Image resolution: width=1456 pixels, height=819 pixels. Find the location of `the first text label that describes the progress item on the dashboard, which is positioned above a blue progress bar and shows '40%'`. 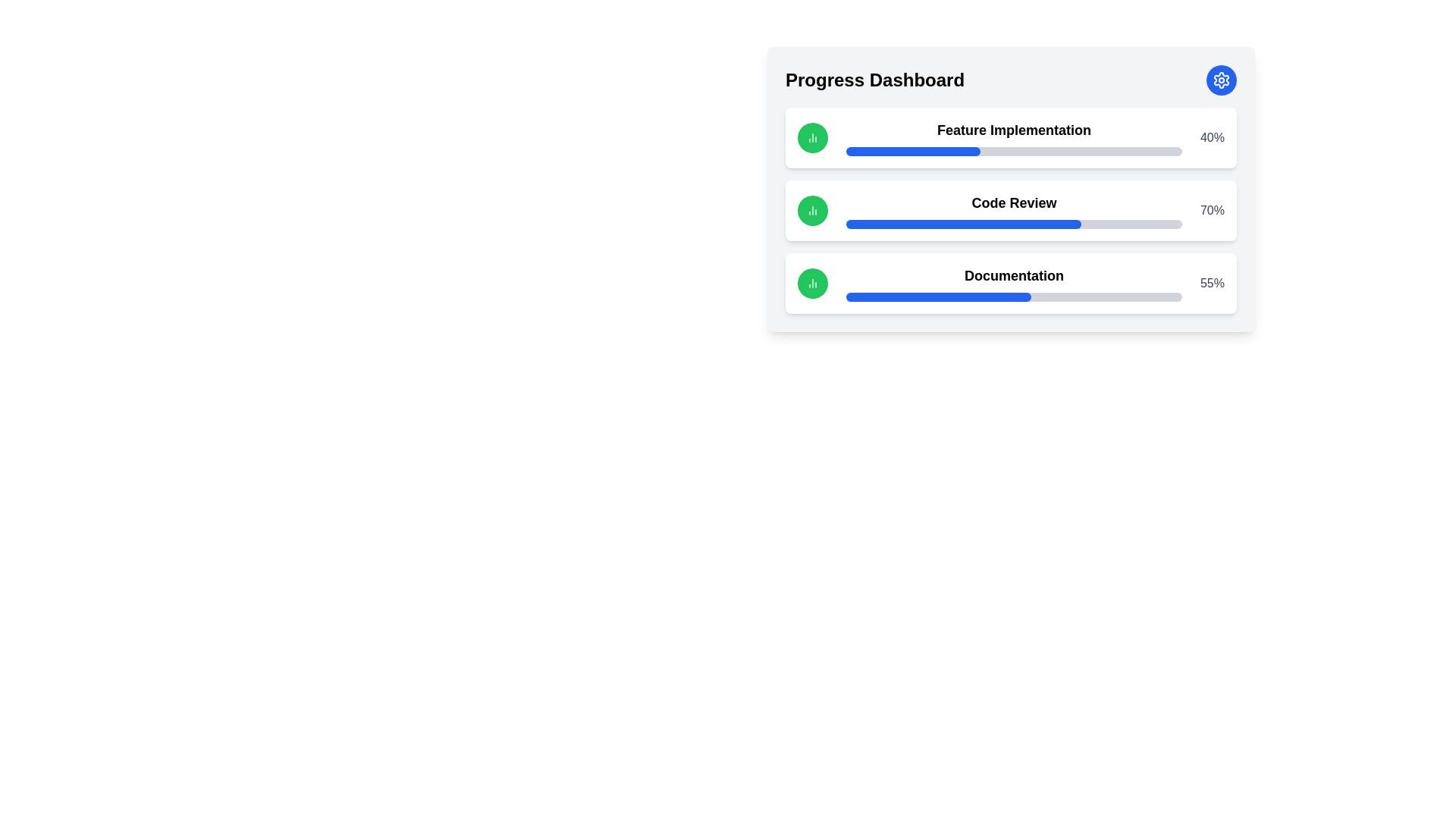

the first text label that describes the progress item on the dashboard, which is positioned above a blue progress bar and shows '40%' is located at coordinates (1014, 130).